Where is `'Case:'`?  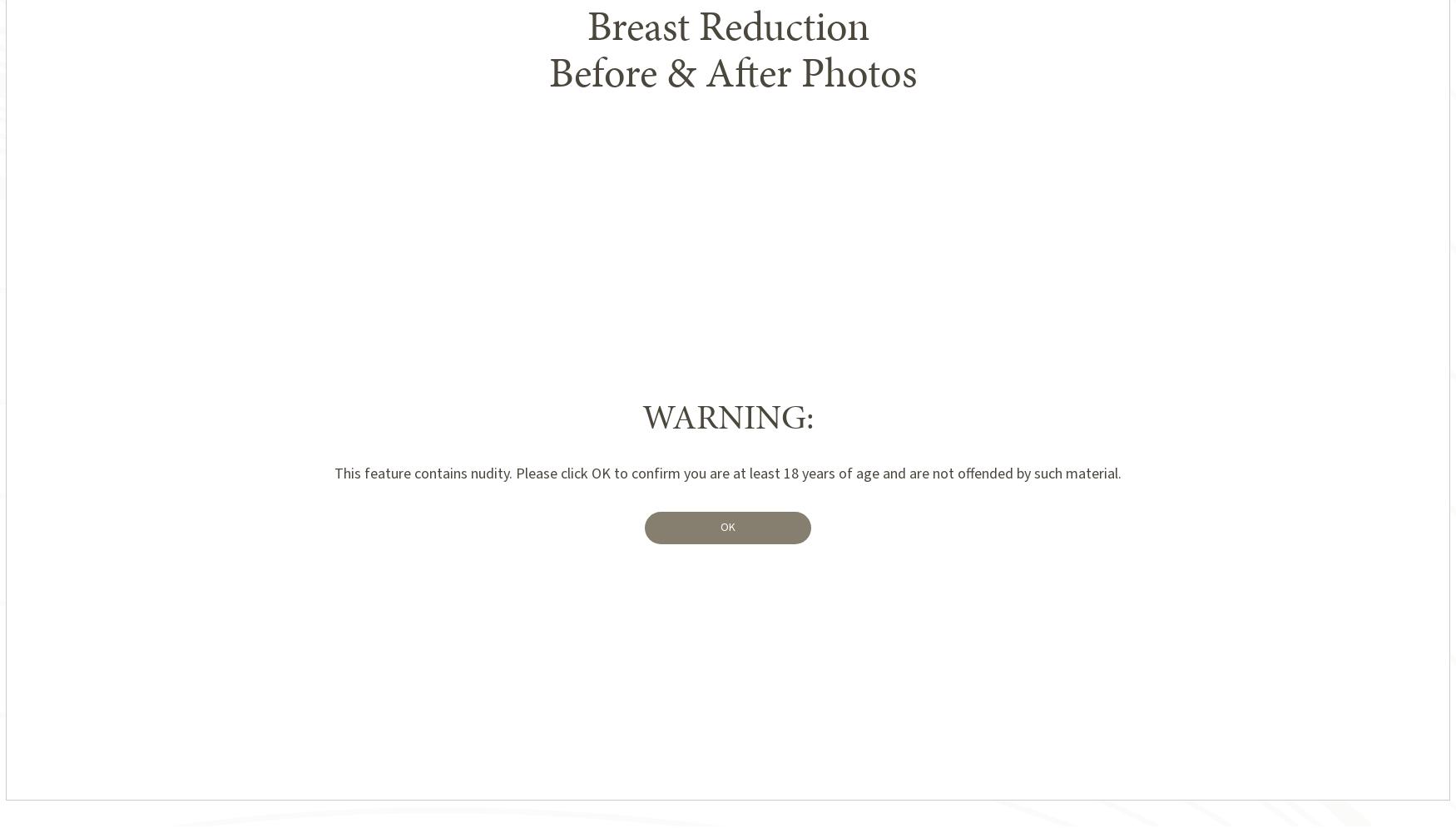
'Case:' is located at coordinates (704, 684).